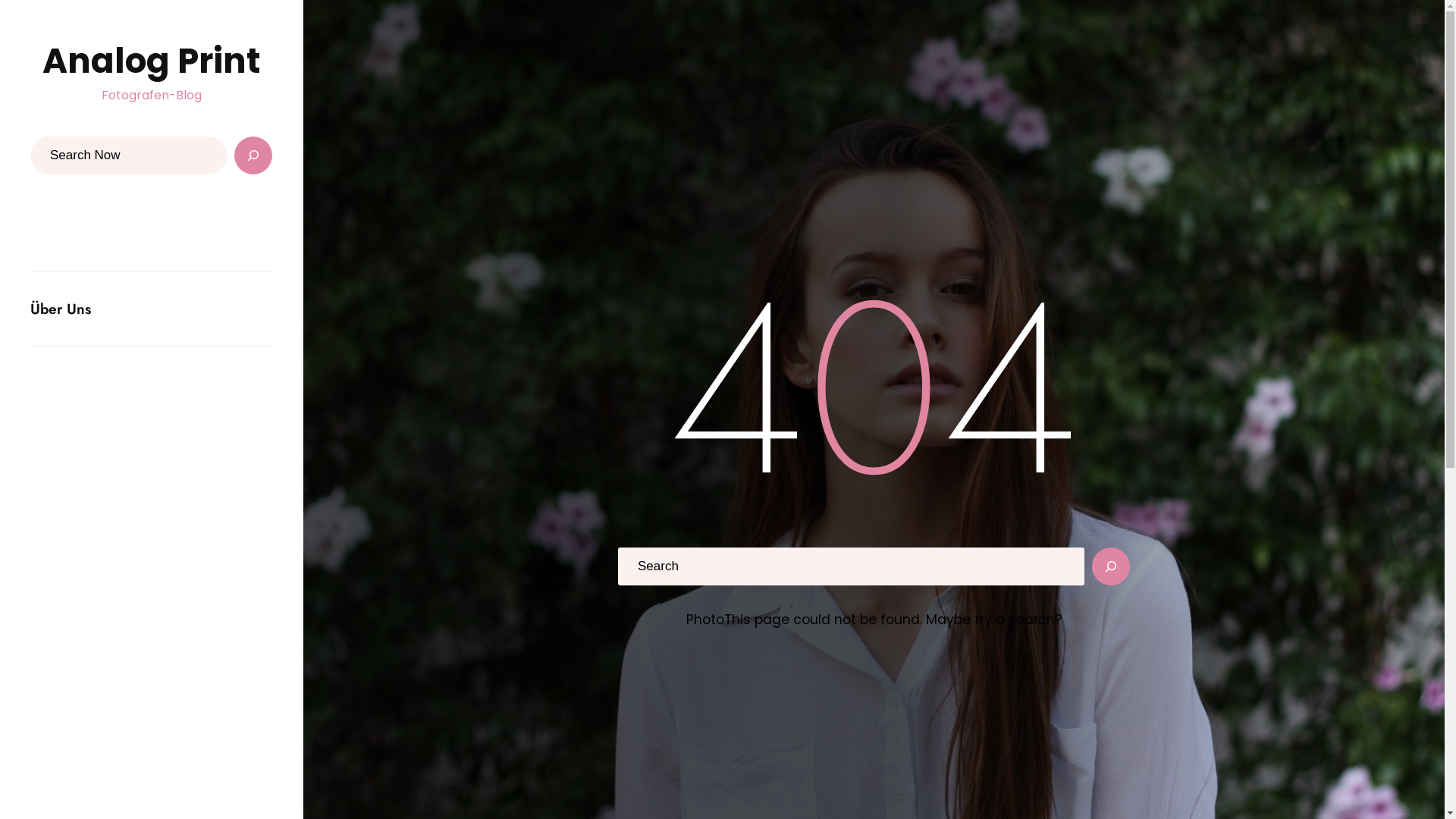  What do you see at coordinates (151, 62) in the screenshot?
I see `'Analog Print'` at bounding box center [151, 62].